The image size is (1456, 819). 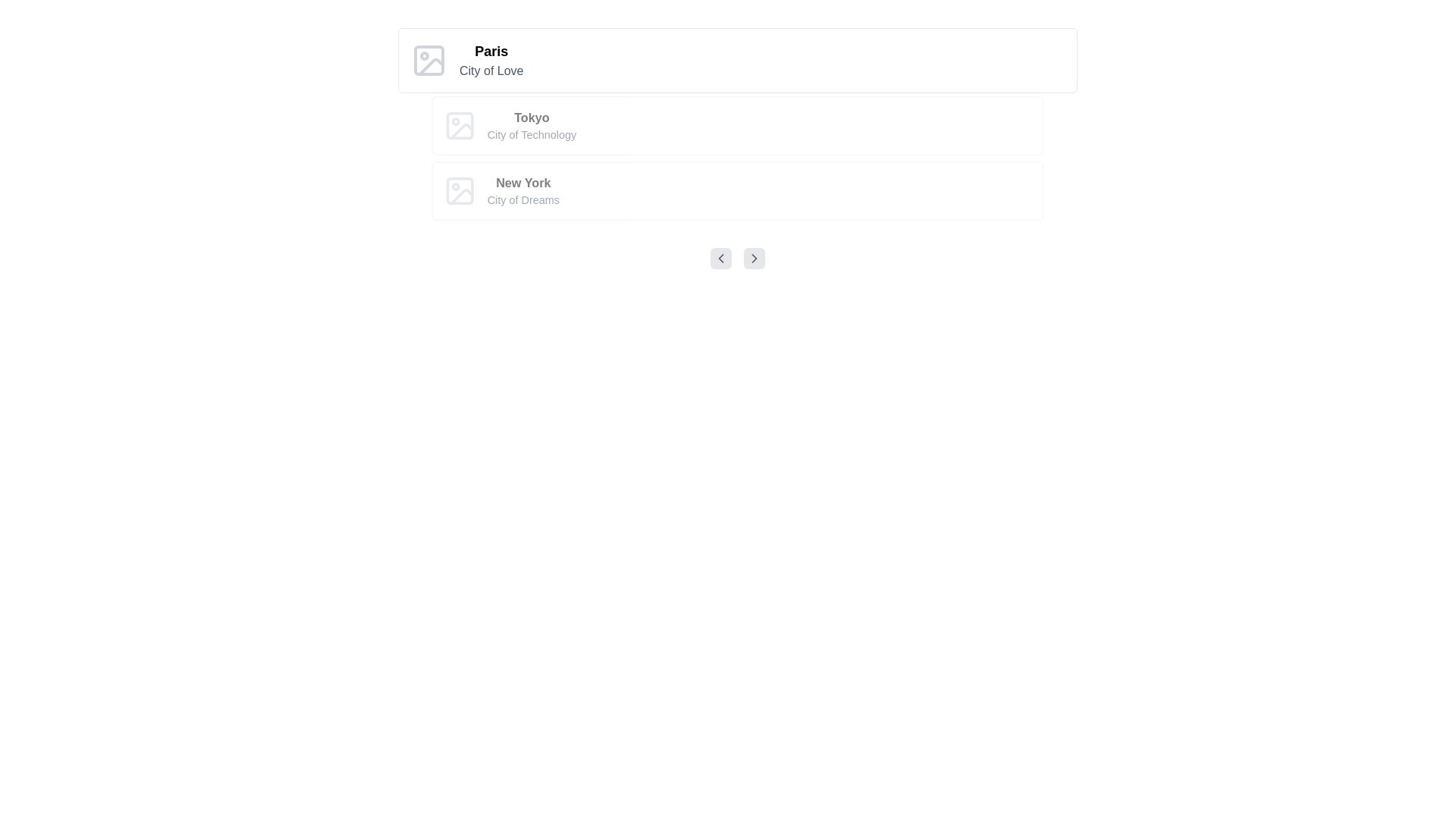 What do you see at coordinates (754, 257) in the screenshot?
I see `the navigational button located at the bottom center of the interface, positioned to the right of a button with a leftward pointing chevron` at bounding box center [754, 257].